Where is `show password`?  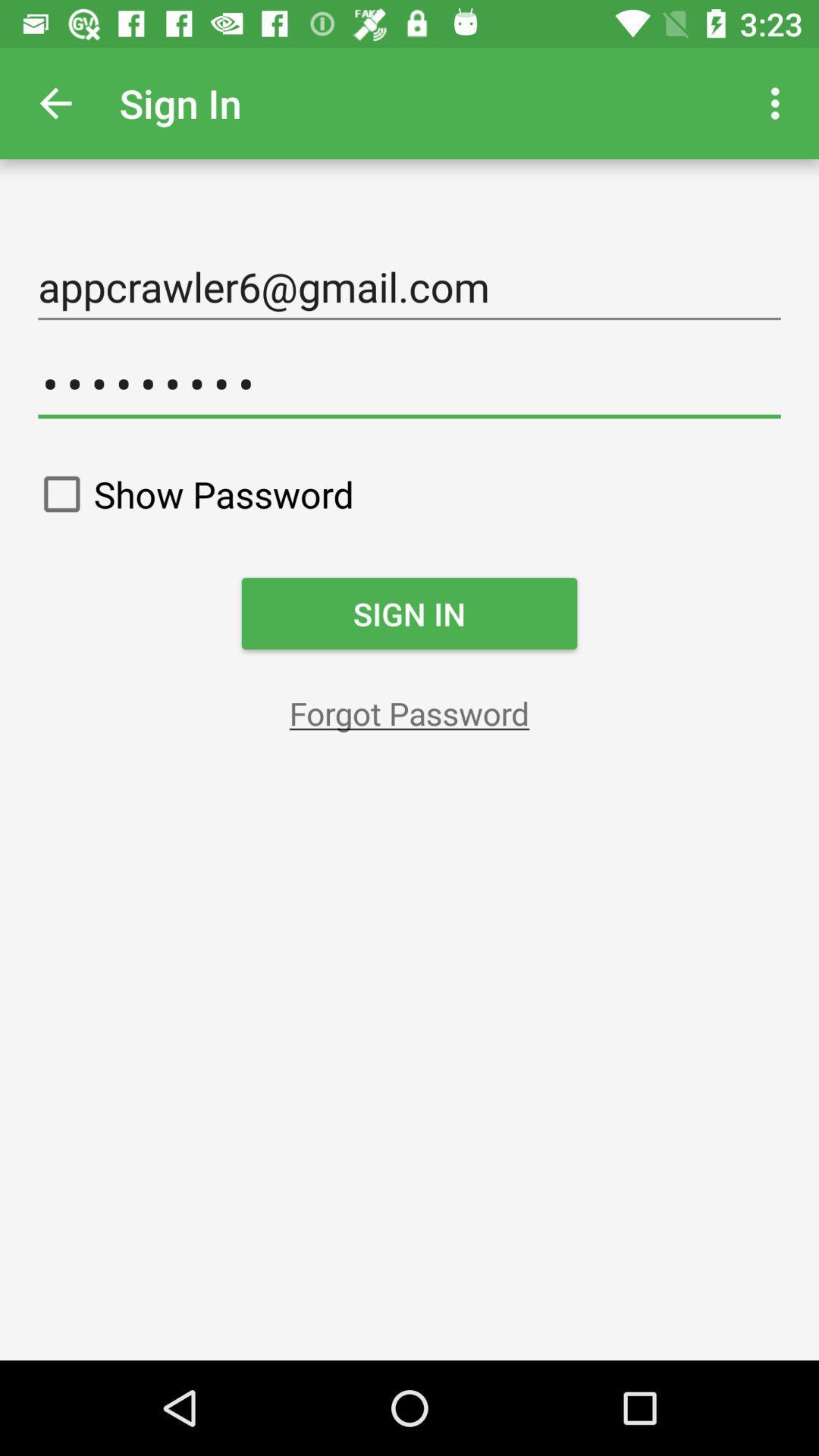 show password is located at coordinates (191, 494).